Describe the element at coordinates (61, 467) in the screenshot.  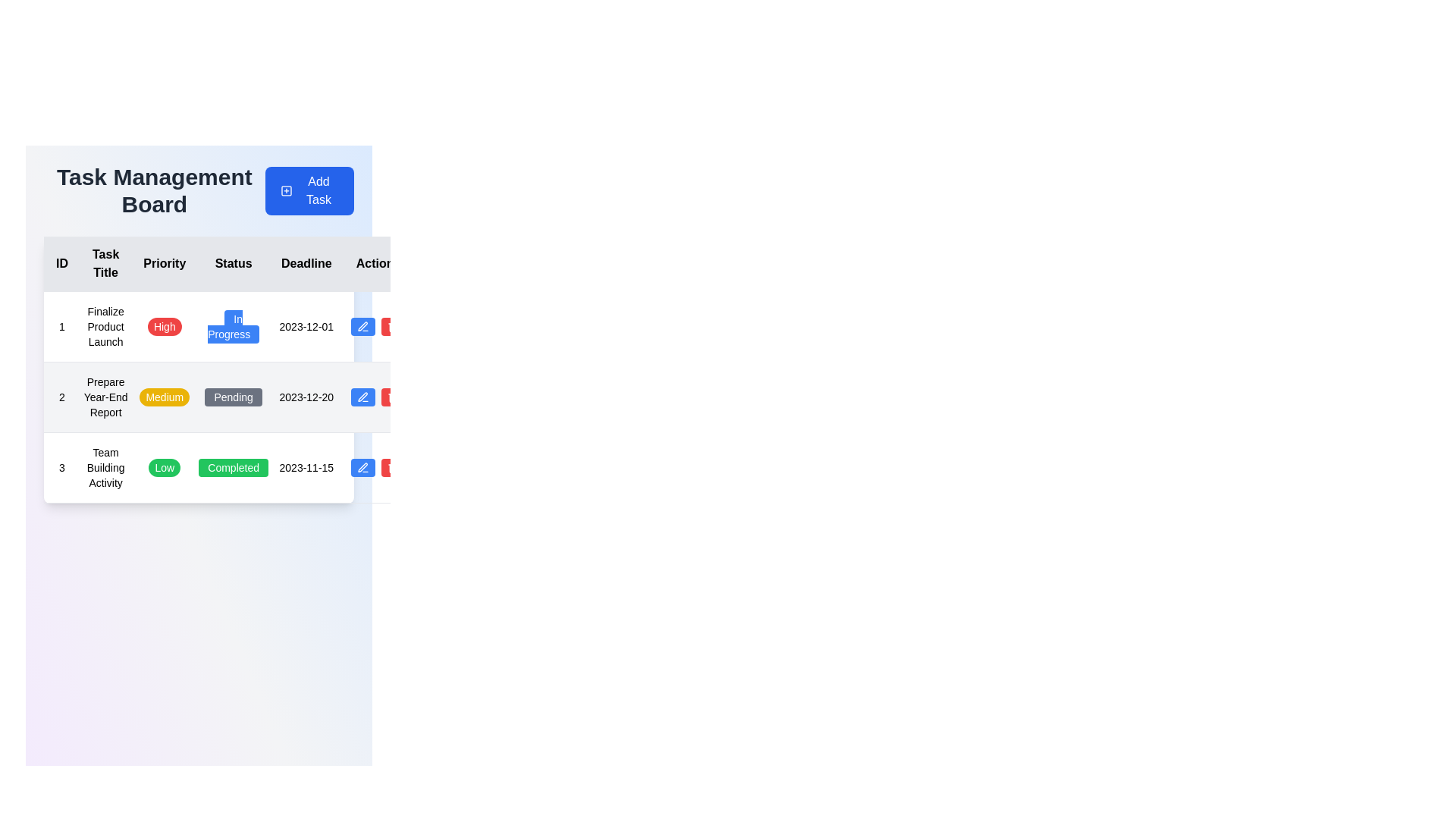
I see `the static text element that identifies the task entry in the third row and first column of the table, which precedes 'Team Building Activity'` at that location.